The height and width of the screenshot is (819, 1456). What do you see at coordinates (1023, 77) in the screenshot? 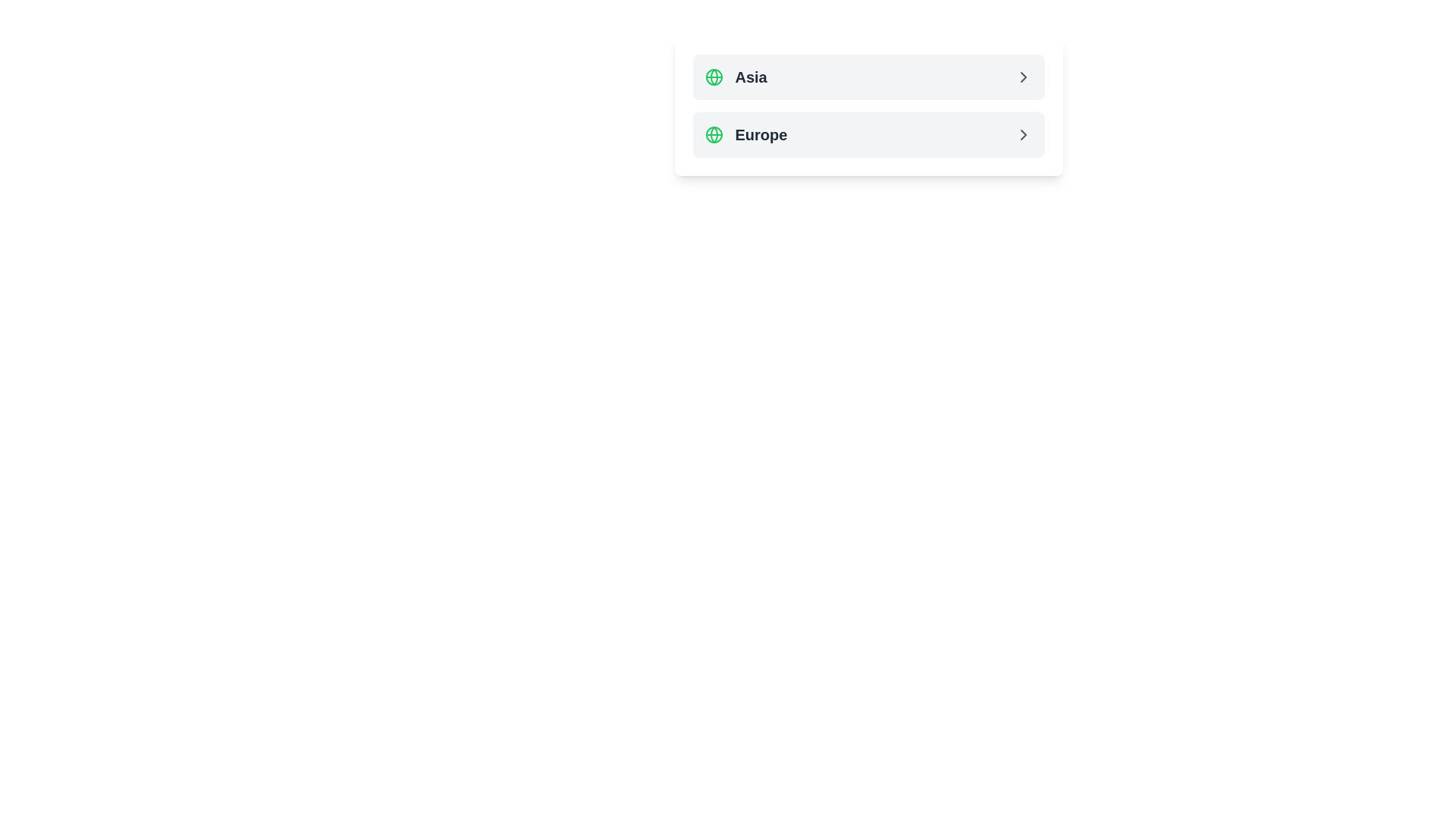
I see `the navigation icon located on the right side of the 'Asia' list item` at bounding box center [1023, 77].